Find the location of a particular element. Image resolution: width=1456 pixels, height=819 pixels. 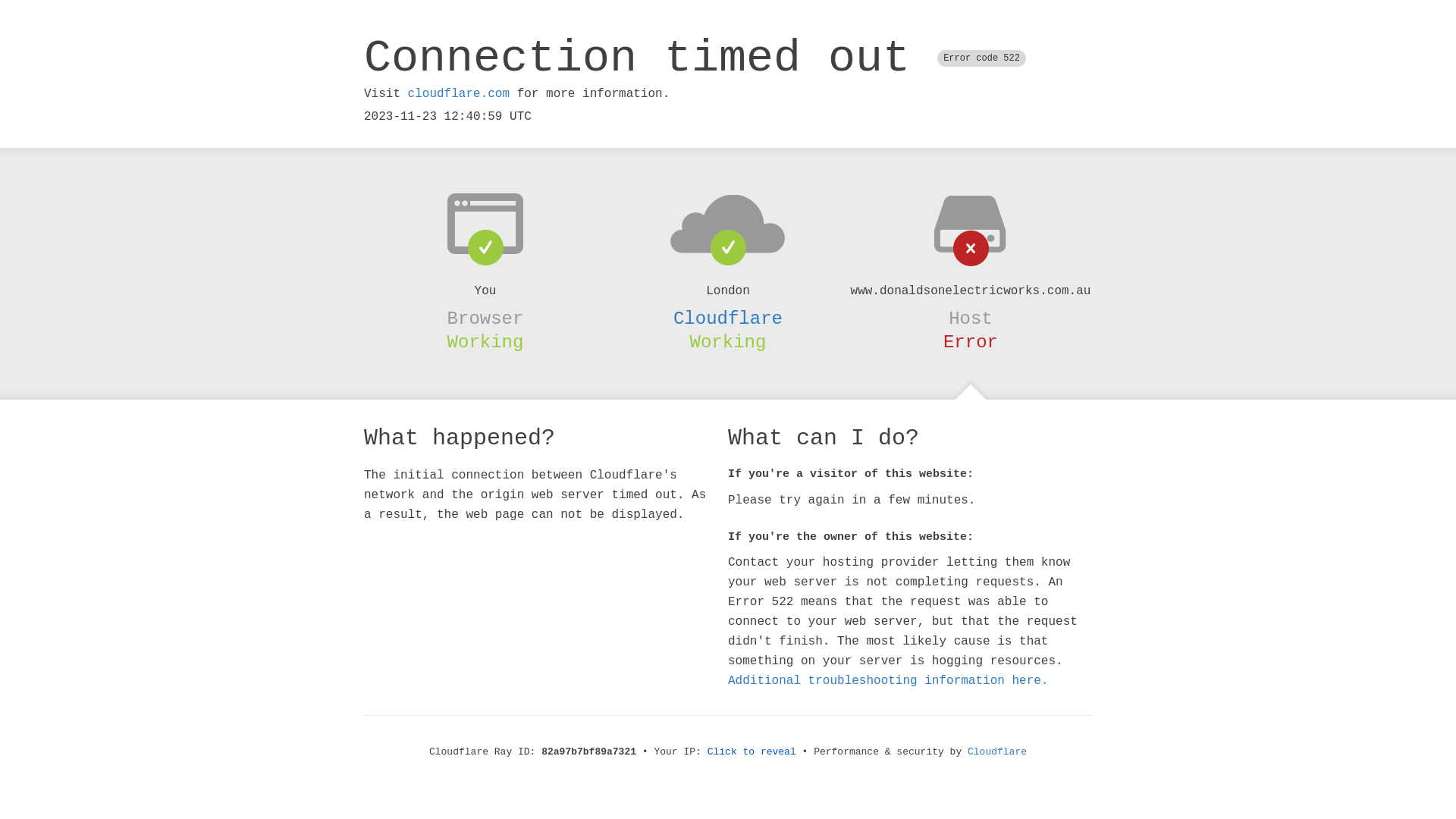

'cloudflare.com' is located at coordinates (407, 93).